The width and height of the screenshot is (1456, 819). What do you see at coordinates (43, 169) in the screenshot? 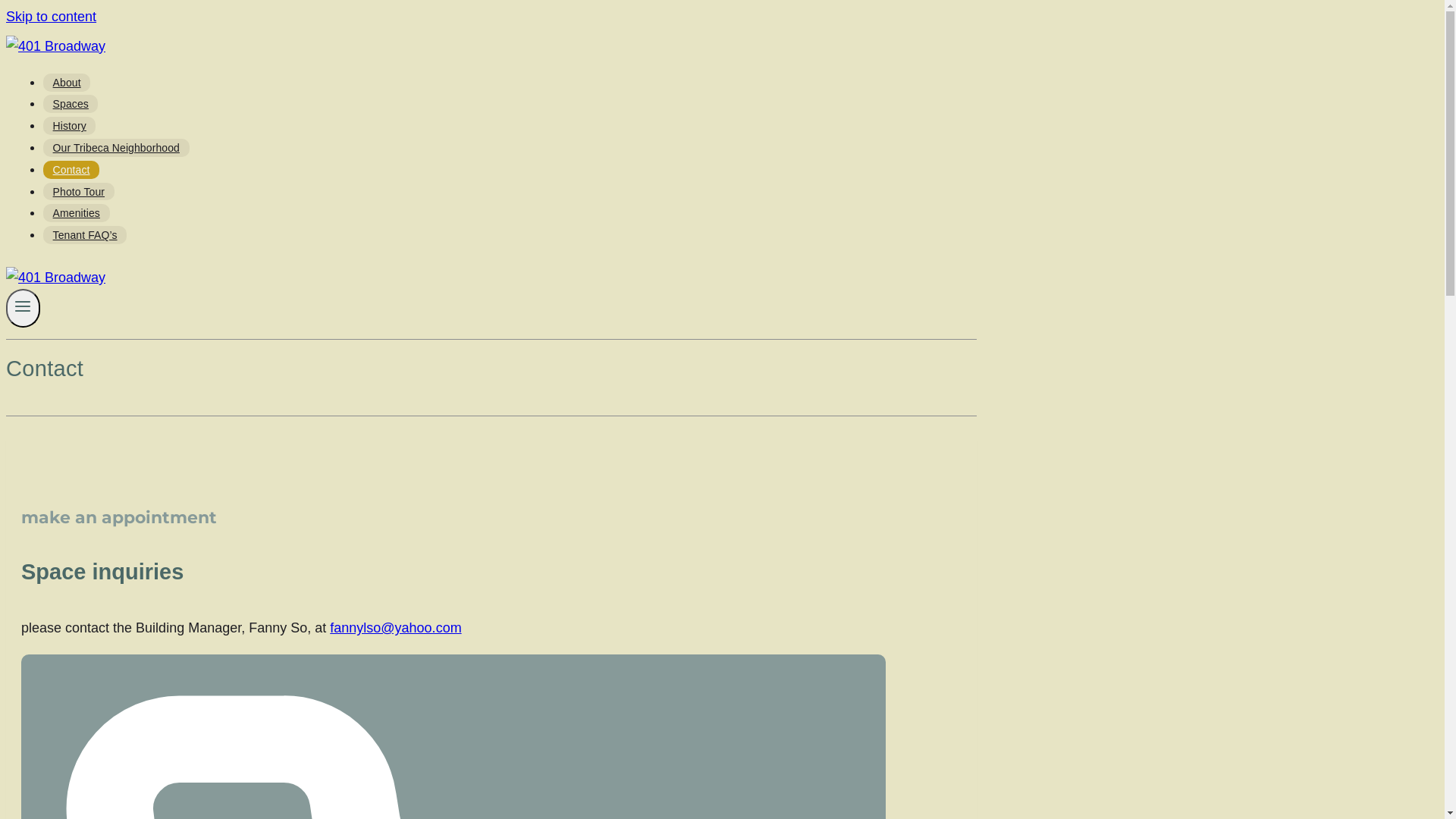
I see `'Contact'` at bounding box center [43, 169].